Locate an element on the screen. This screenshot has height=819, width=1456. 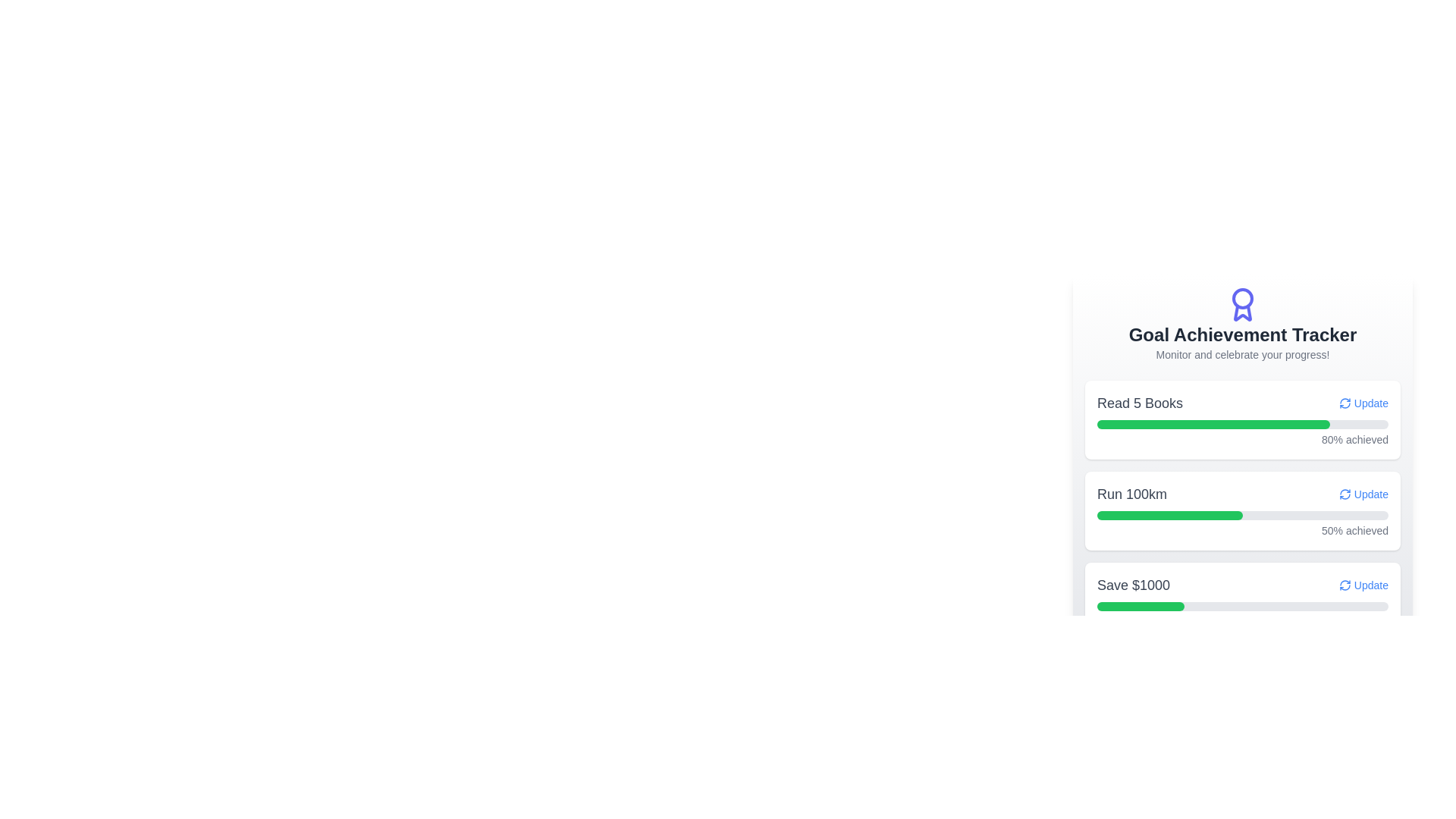
the refresh button located on the right-hand side of the goal labeled 'Save $1000' is located at coordinates (1363, 584).